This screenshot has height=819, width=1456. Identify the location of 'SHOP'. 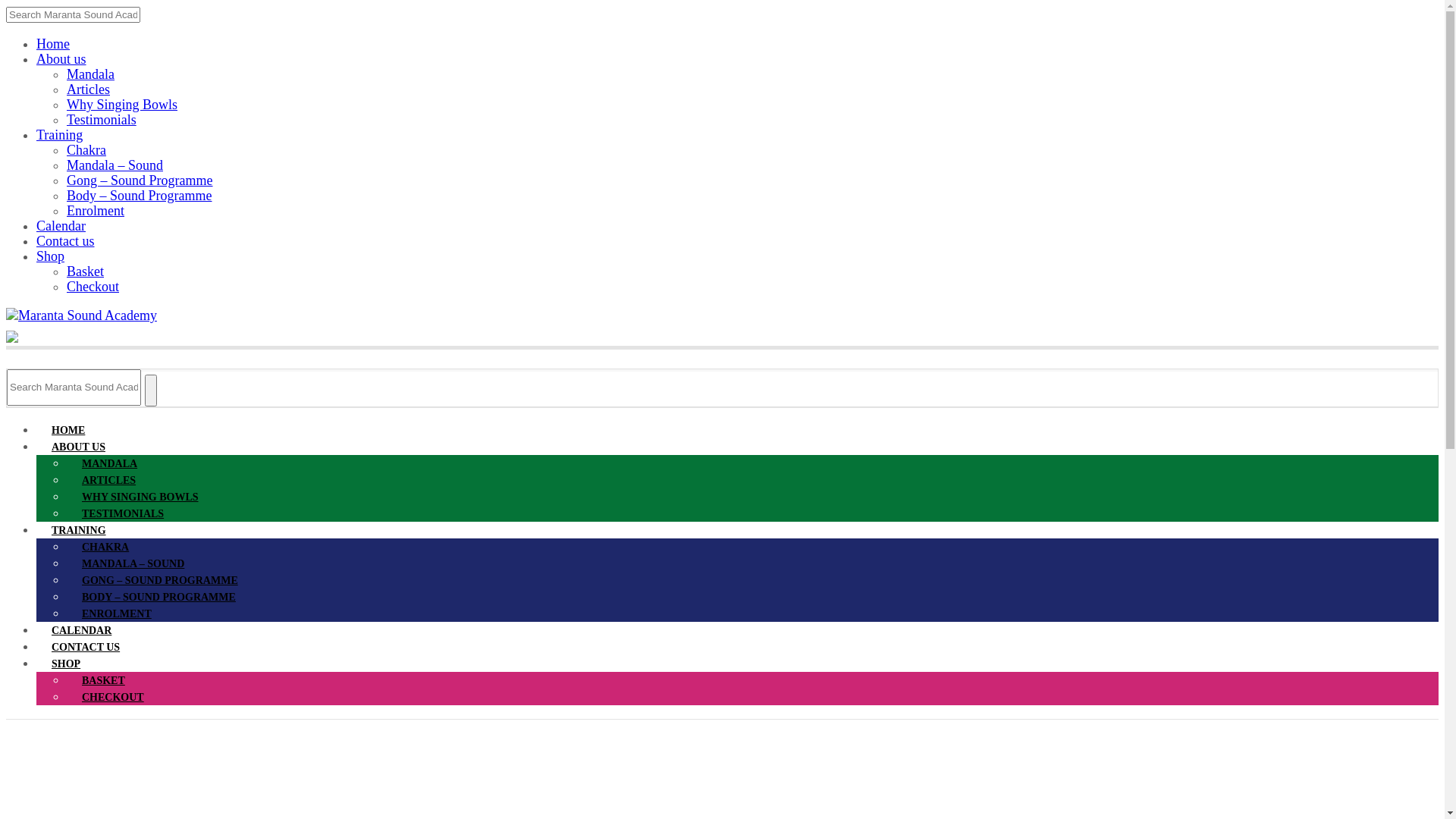
(36, 663).